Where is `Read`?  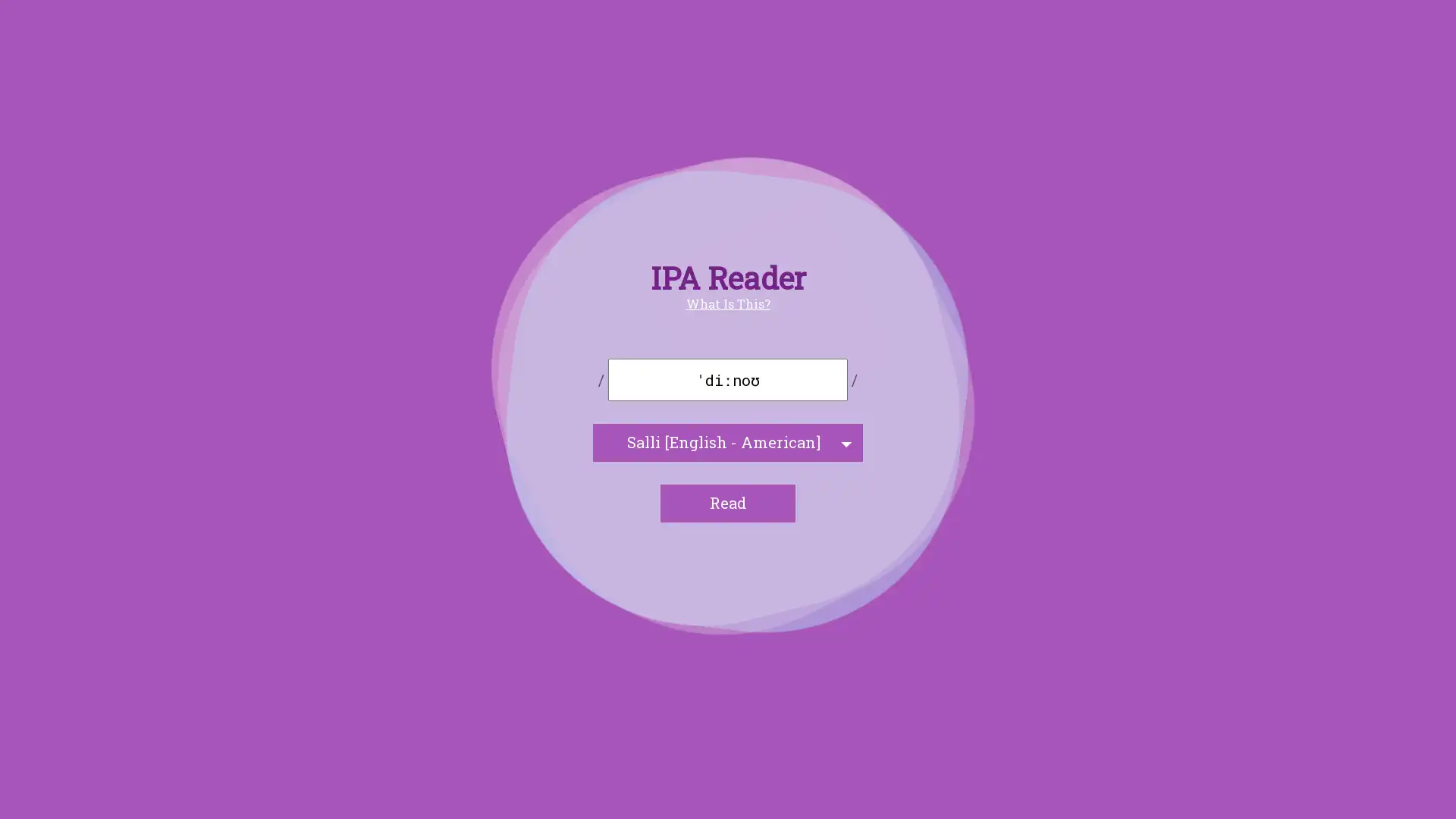
Read is located at coordinates (728, 503).